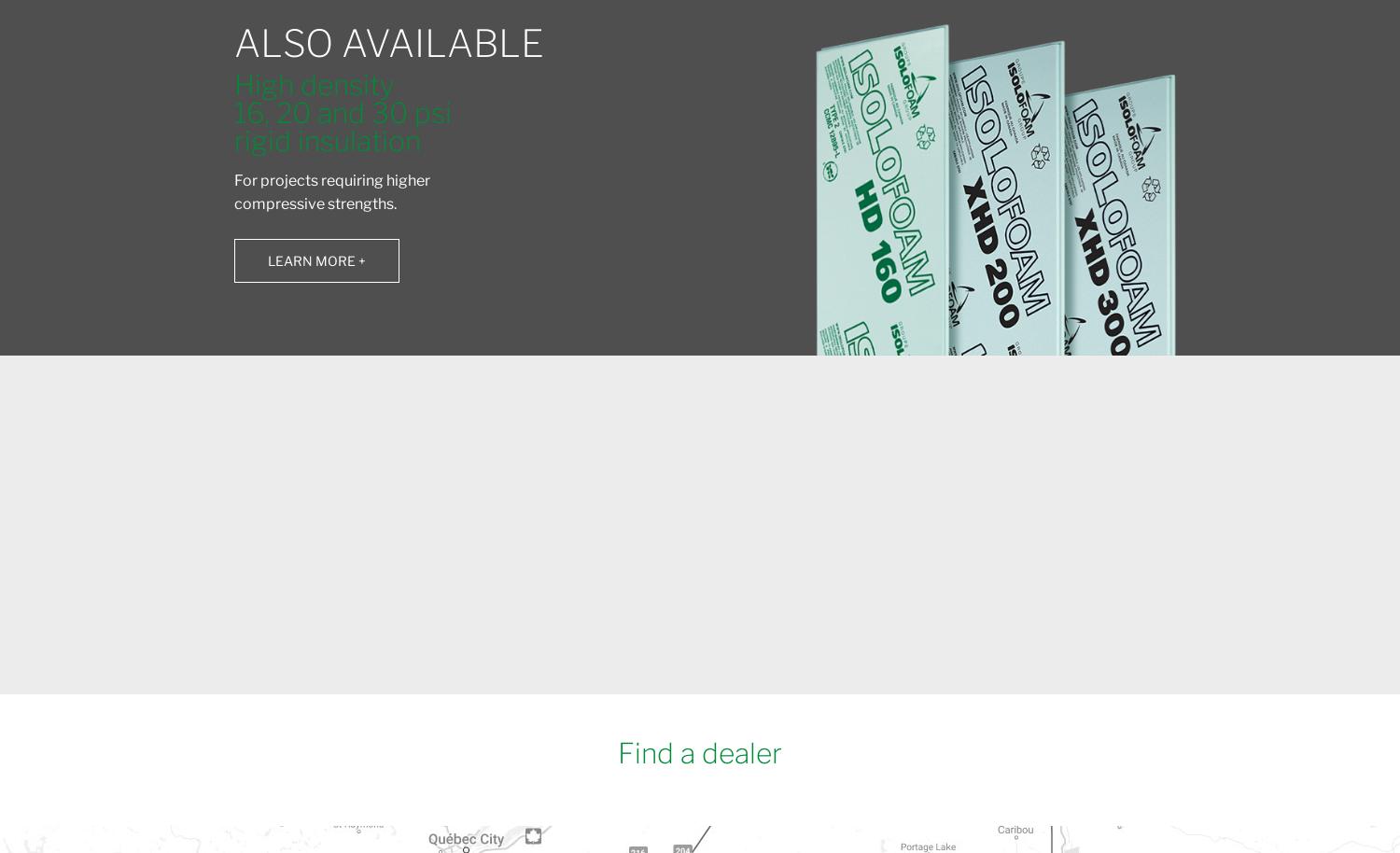 Image resolution: width=1400 pixels, height=853 pixels. What do you see at coordinates (325, 139) in the screenshot?
I see `'rigid insulation'` at bounding box center [325, 139].